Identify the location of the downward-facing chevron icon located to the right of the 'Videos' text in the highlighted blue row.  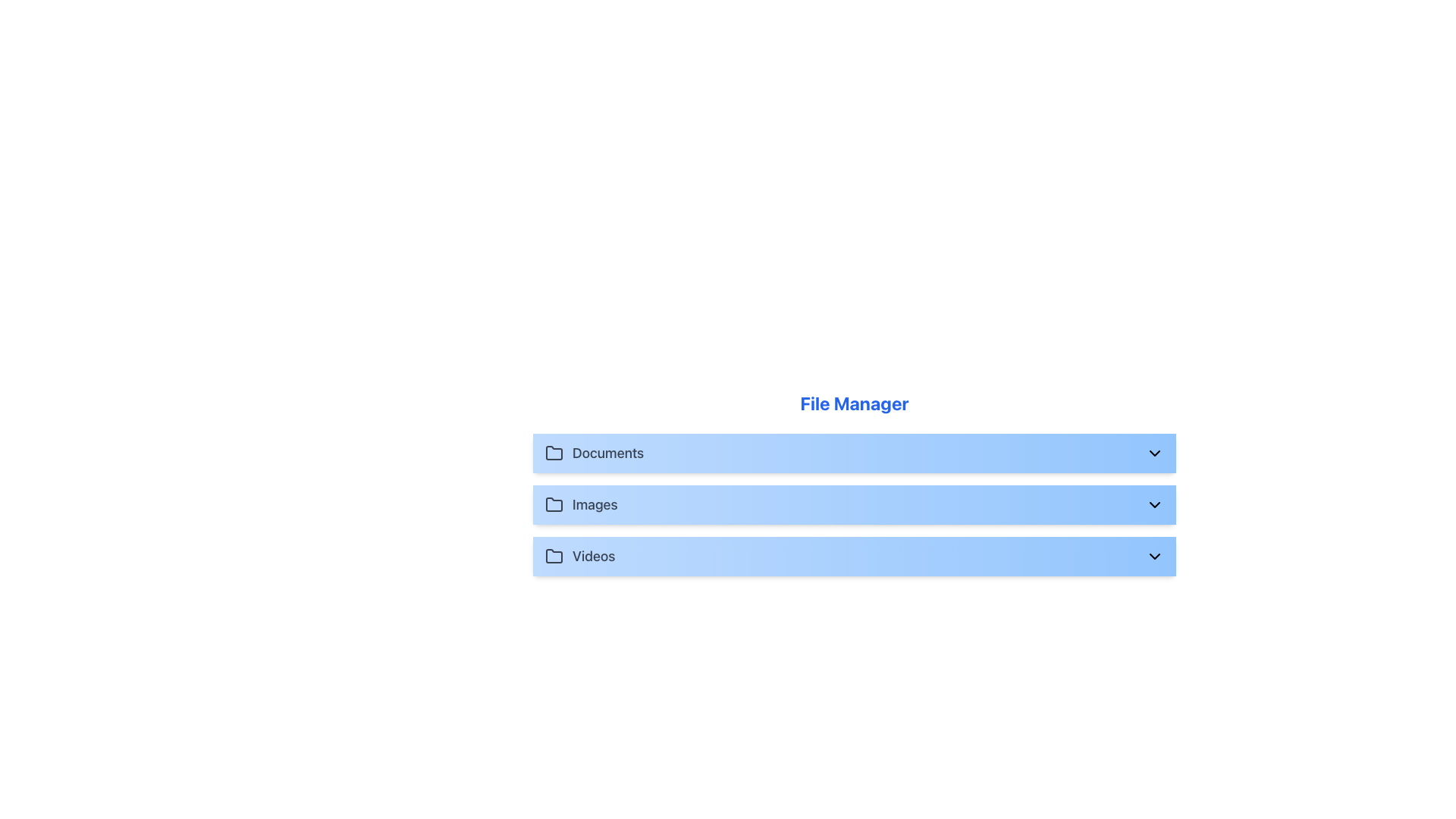
(1153, 556).